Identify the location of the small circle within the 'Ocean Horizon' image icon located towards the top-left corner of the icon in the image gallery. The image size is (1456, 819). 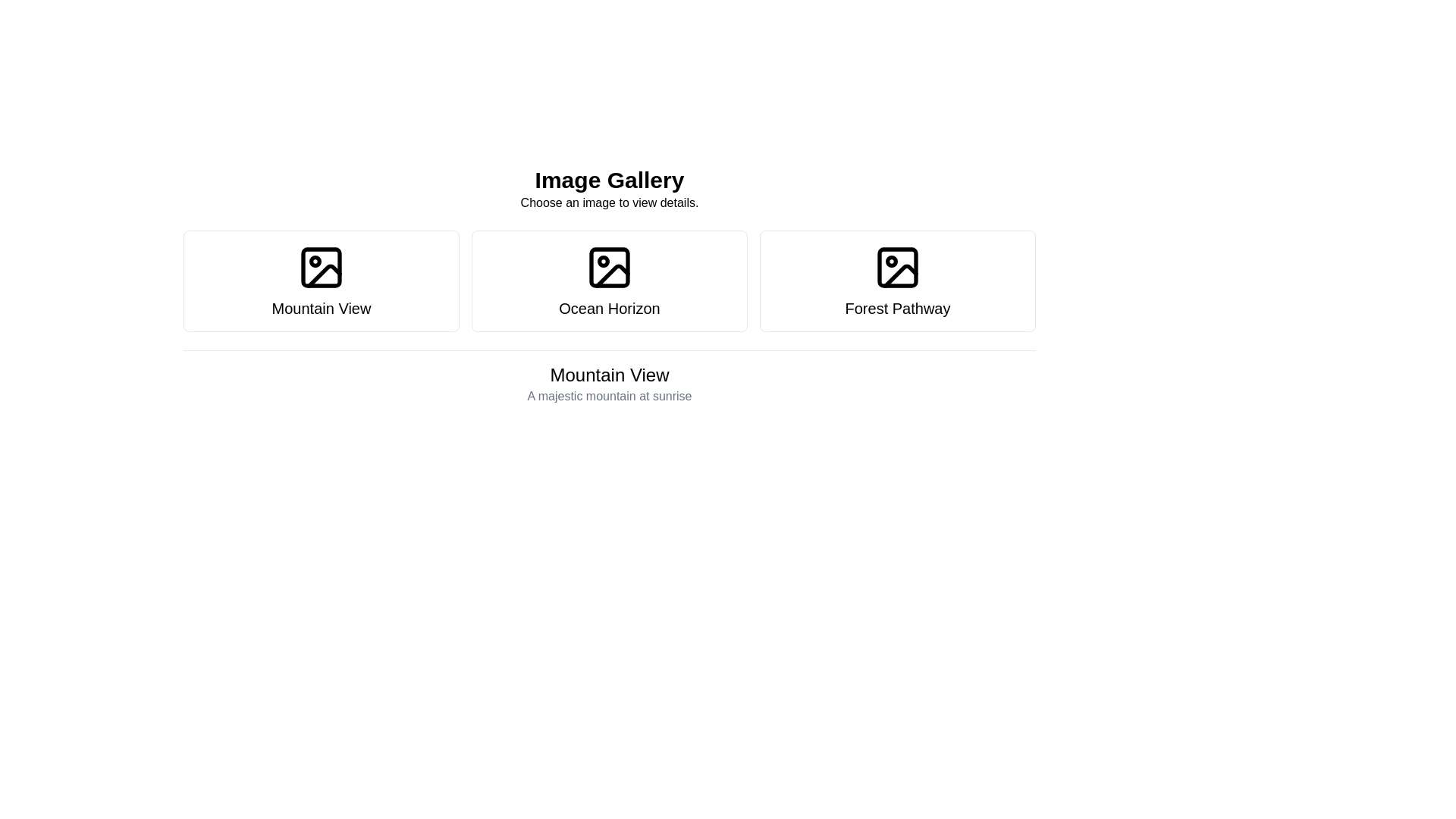
(603, 260).